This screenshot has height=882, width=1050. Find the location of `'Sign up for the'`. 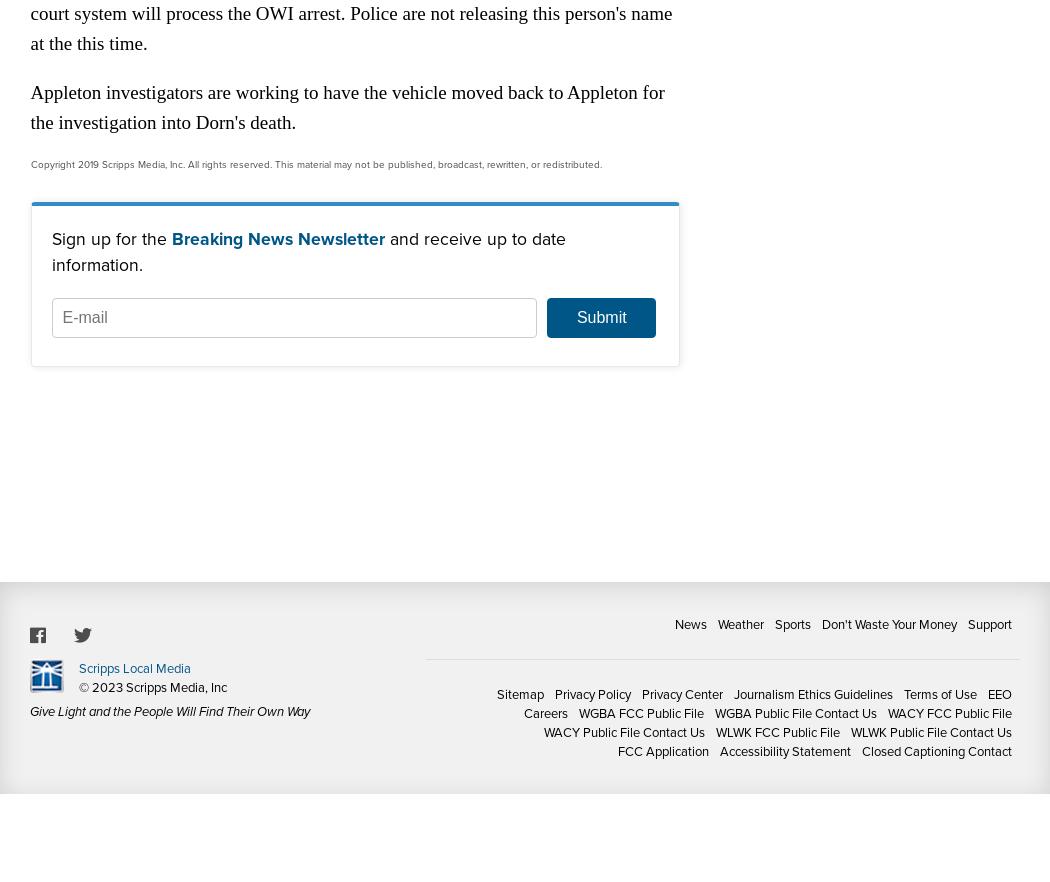

'Sign up for the' is located at coordinates (110, 238).